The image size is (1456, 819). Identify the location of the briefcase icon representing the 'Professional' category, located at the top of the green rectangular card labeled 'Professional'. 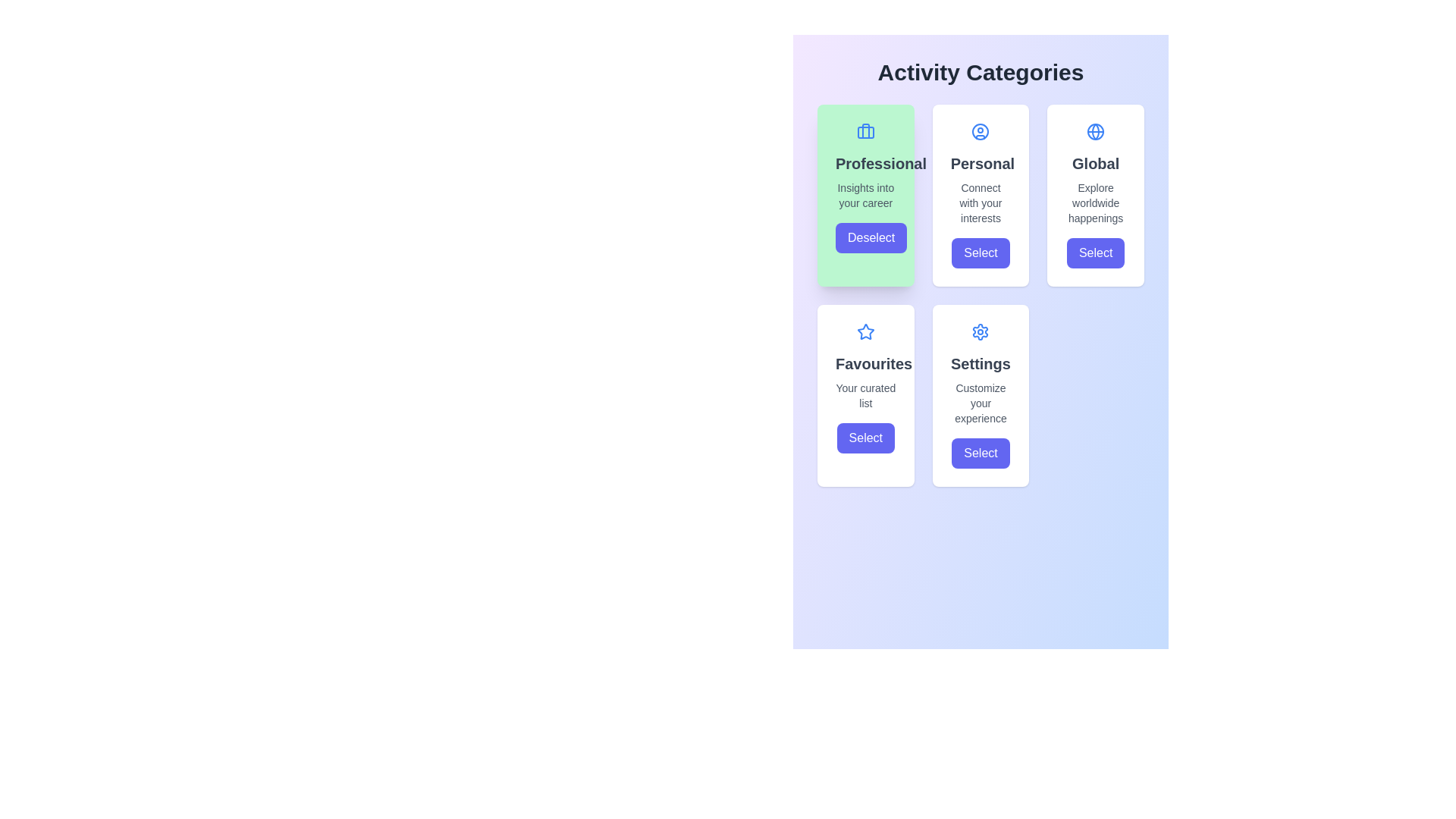
(865, 130).